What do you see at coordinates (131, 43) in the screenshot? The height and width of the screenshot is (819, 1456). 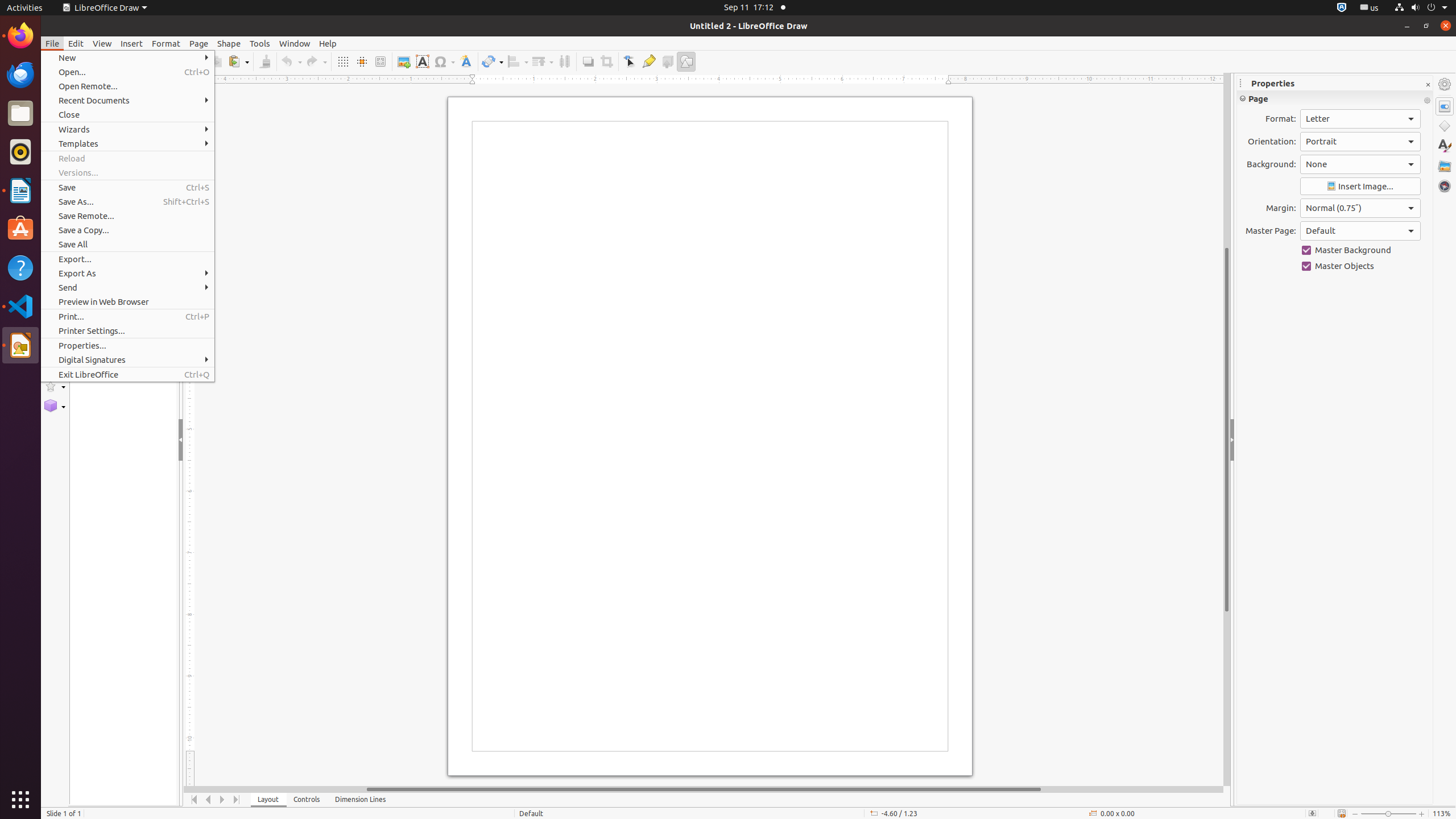 I see `'Insert'` at bounding box center [131, 43].